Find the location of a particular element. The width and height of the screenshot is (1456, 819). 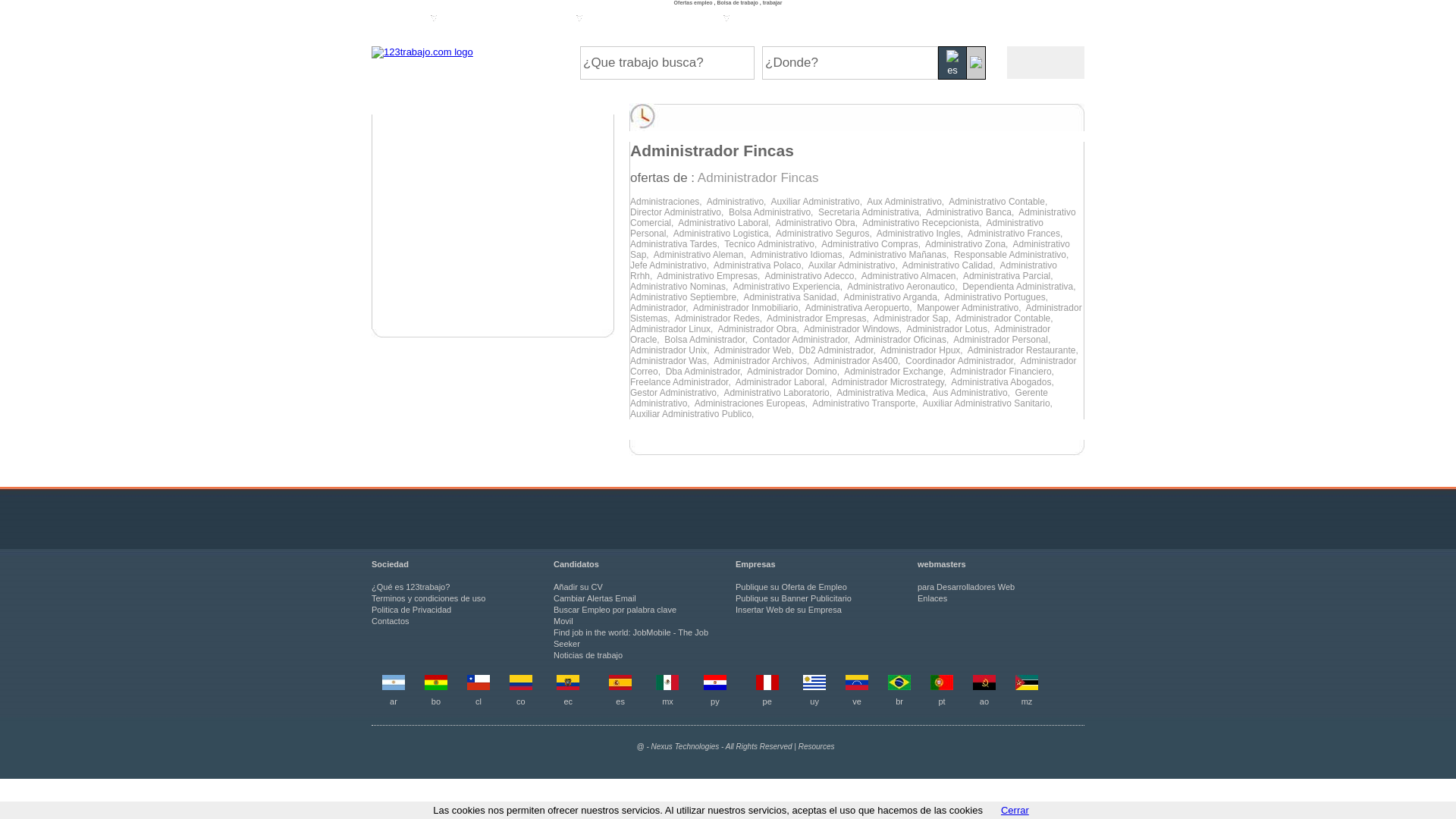

'para Desarrolladores Web' is located at coordinates (965, 586).